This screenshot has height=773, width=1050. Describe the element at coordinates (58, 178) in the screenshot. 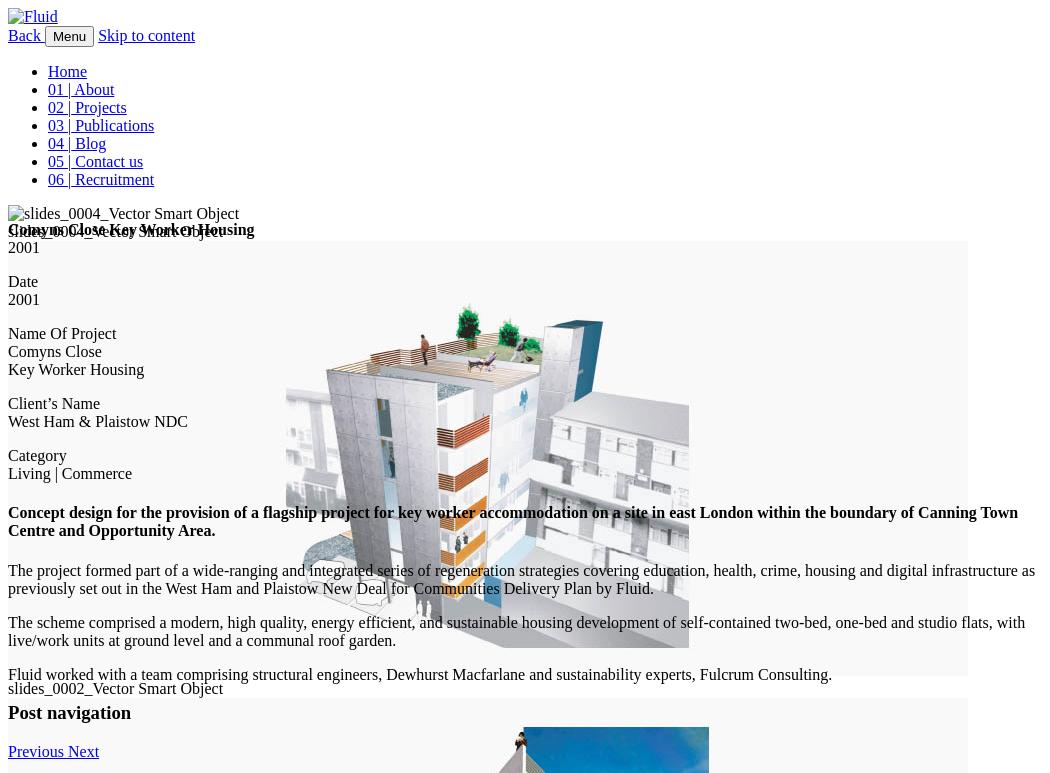

I see `'06 |'` at that location.